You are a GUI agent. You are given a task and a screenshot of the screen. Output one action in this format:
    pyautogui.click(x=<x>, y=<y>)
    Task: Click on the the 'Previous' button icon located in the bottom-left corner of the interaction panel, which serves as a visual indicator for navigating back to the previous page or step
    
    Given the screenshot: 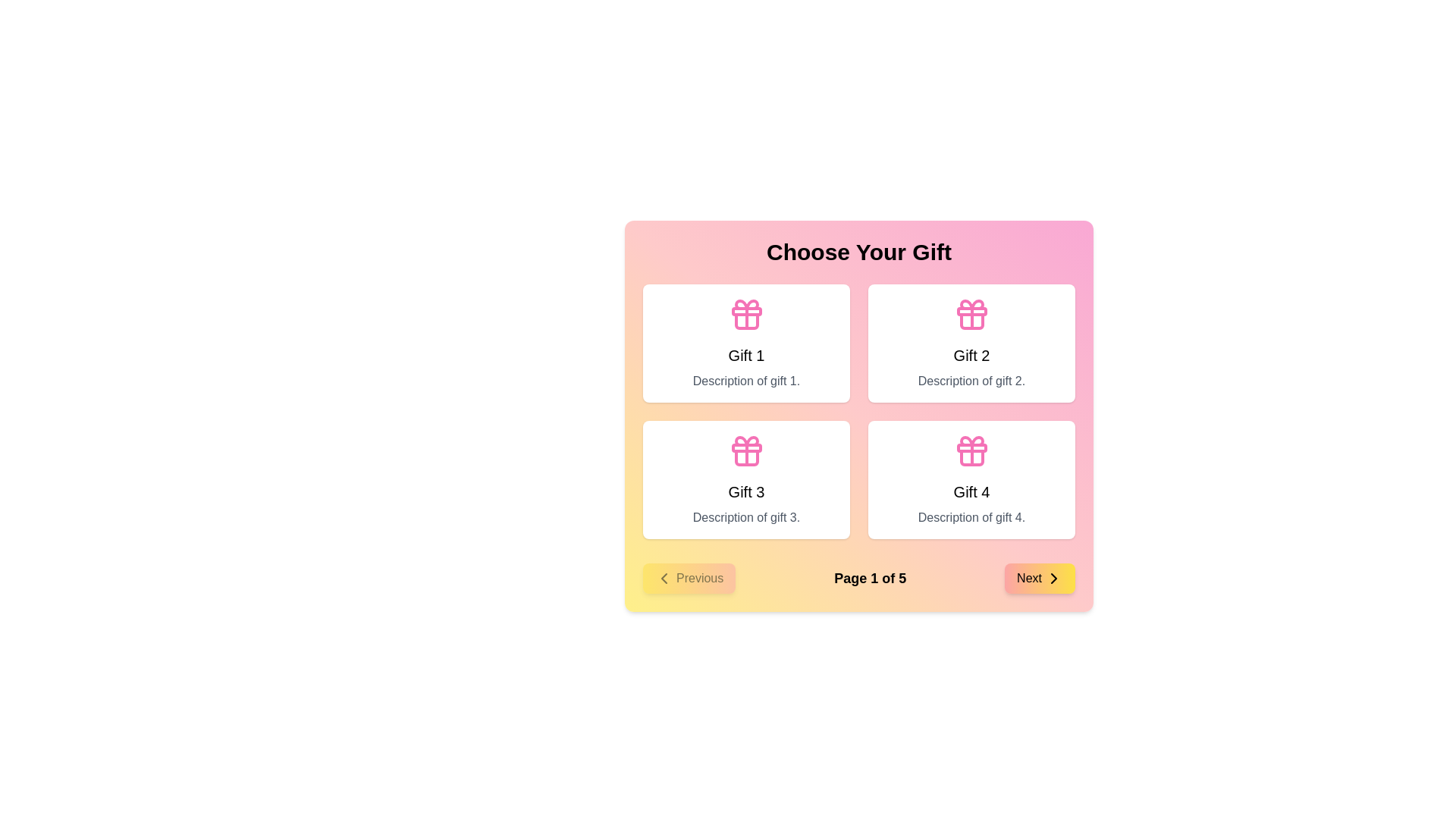 What is the action you would take?
    pyautogui.click(x=664, y=579)
    